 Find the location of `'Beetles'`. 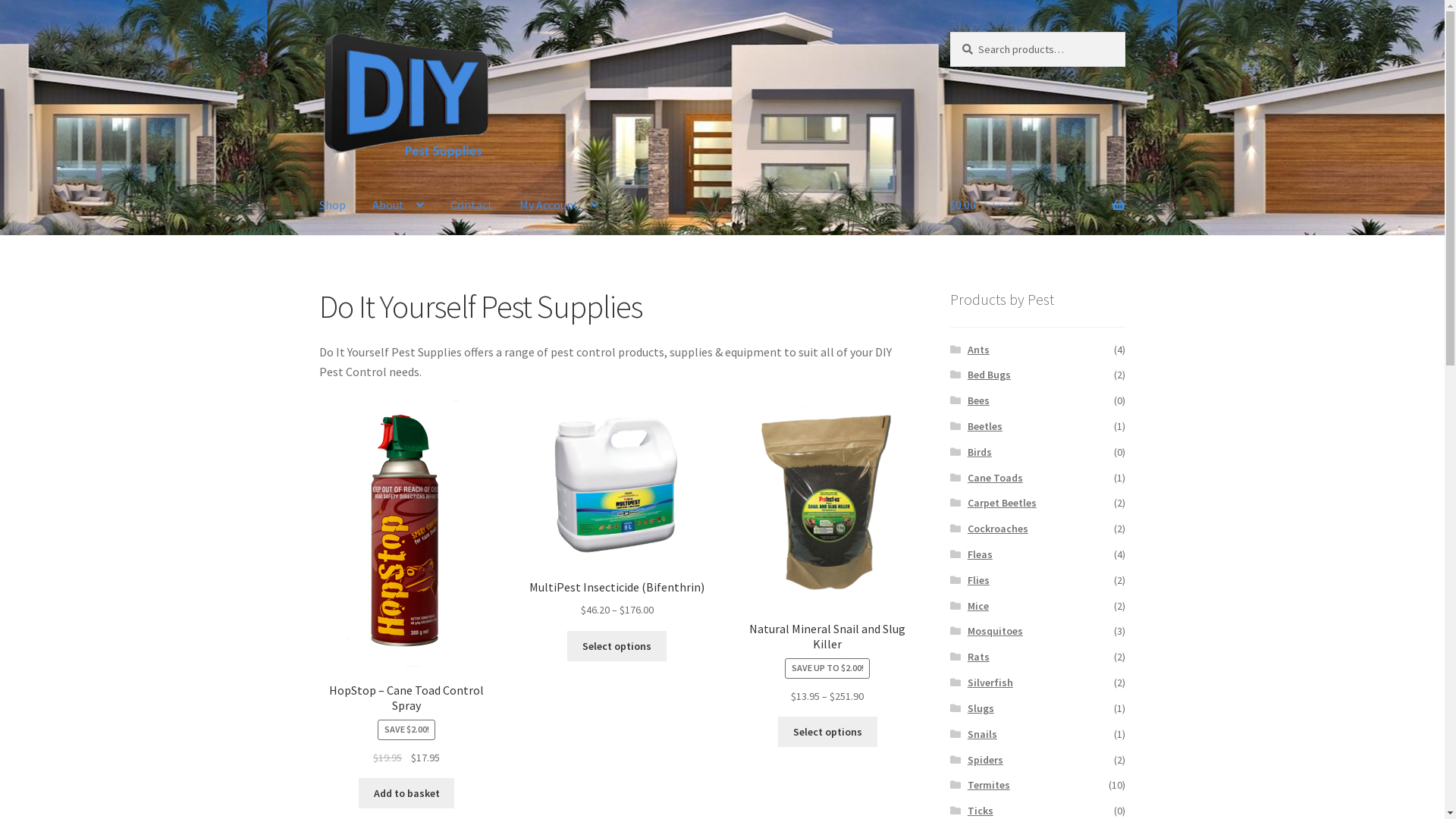

'Beetles' is located at coordinates (985, 426).